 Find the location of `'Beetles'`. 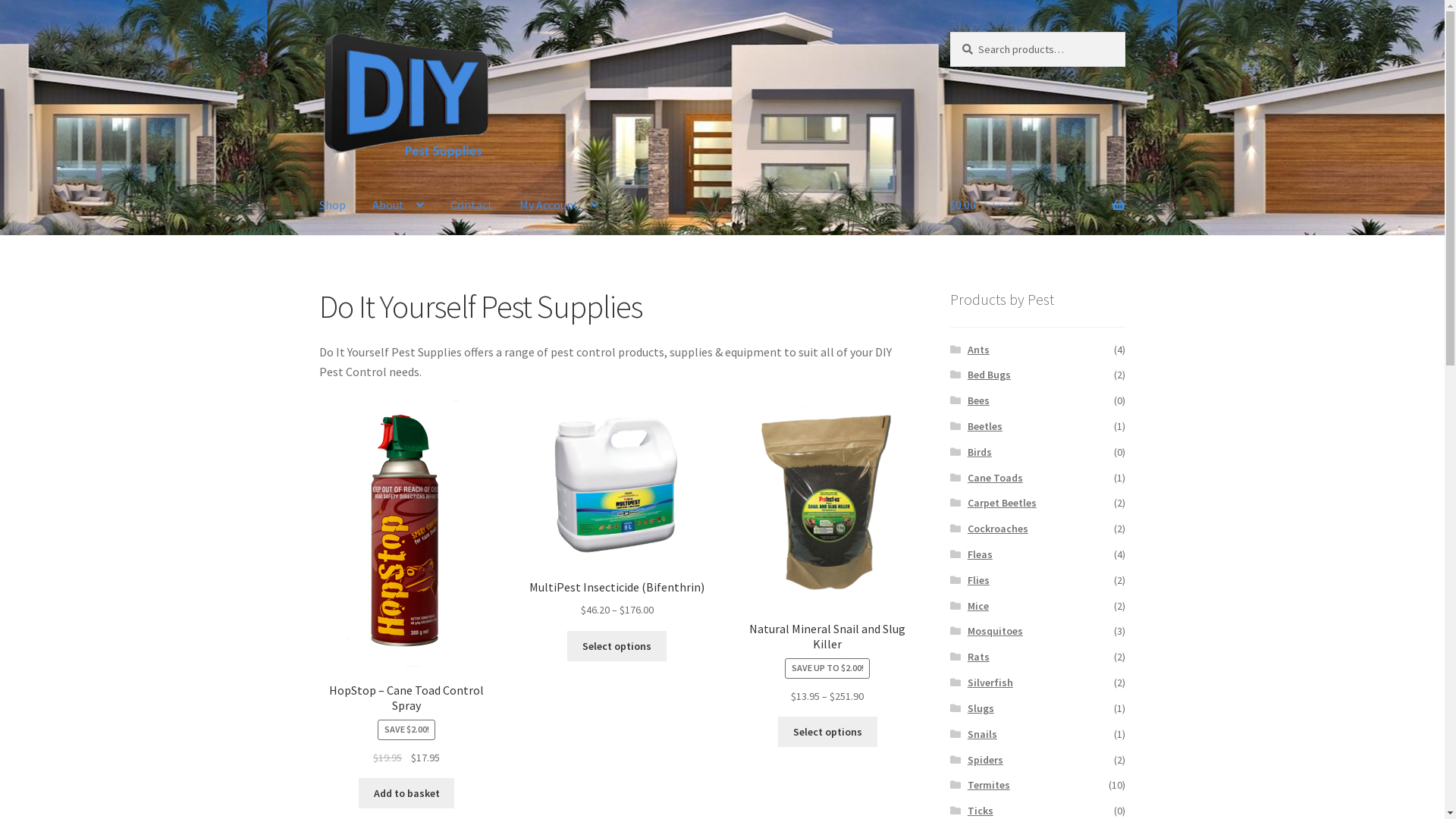

'Beetles' is located at coordinates (985, 426).